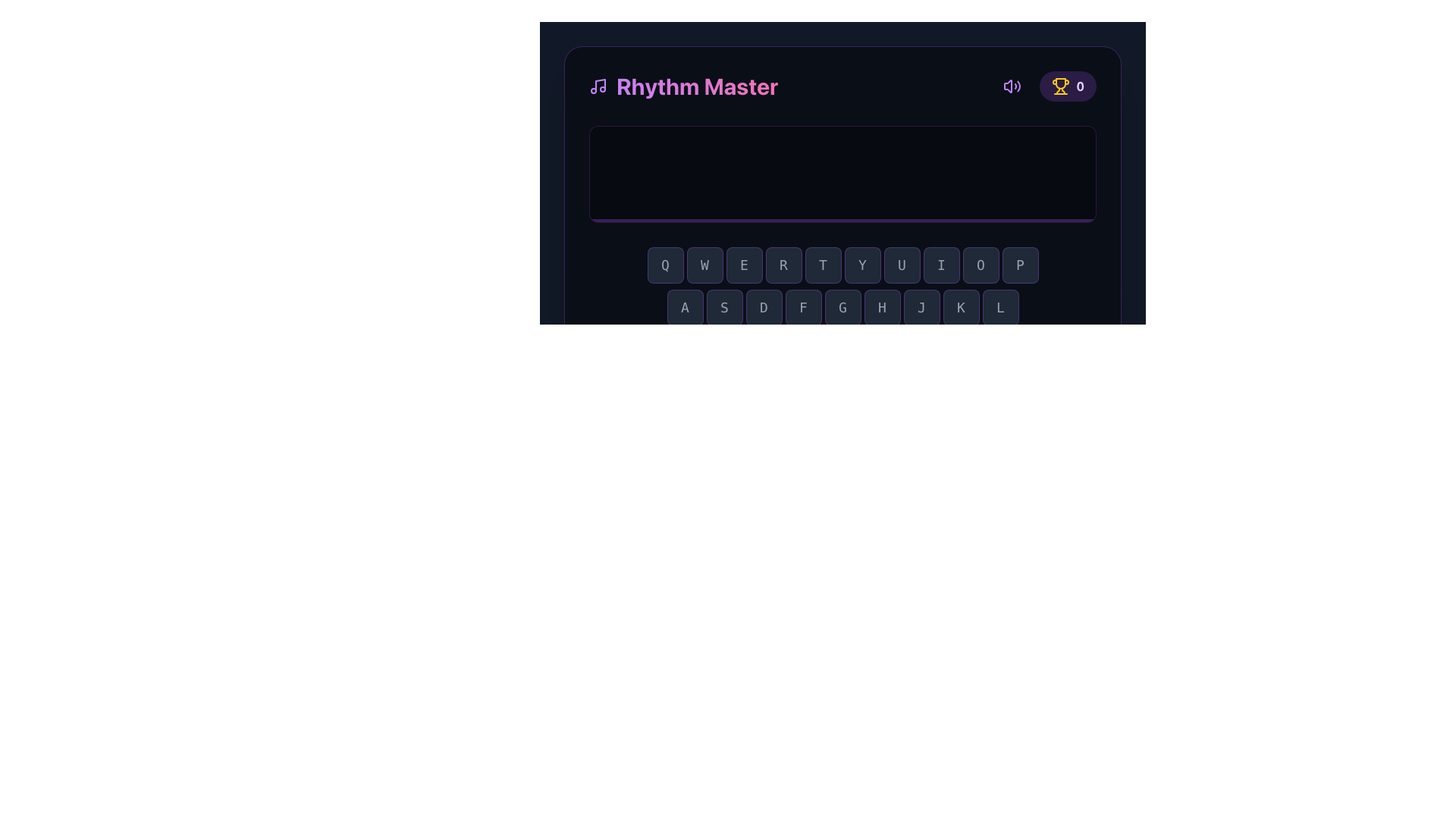 This screenshot has height=819, width=1456. What do you see at coordinates (723, 307) in the screenshot?
I see `the second button from the left in the keyboard-style layout, which inputs the letter 'S'` at bounding box center [723, 307].